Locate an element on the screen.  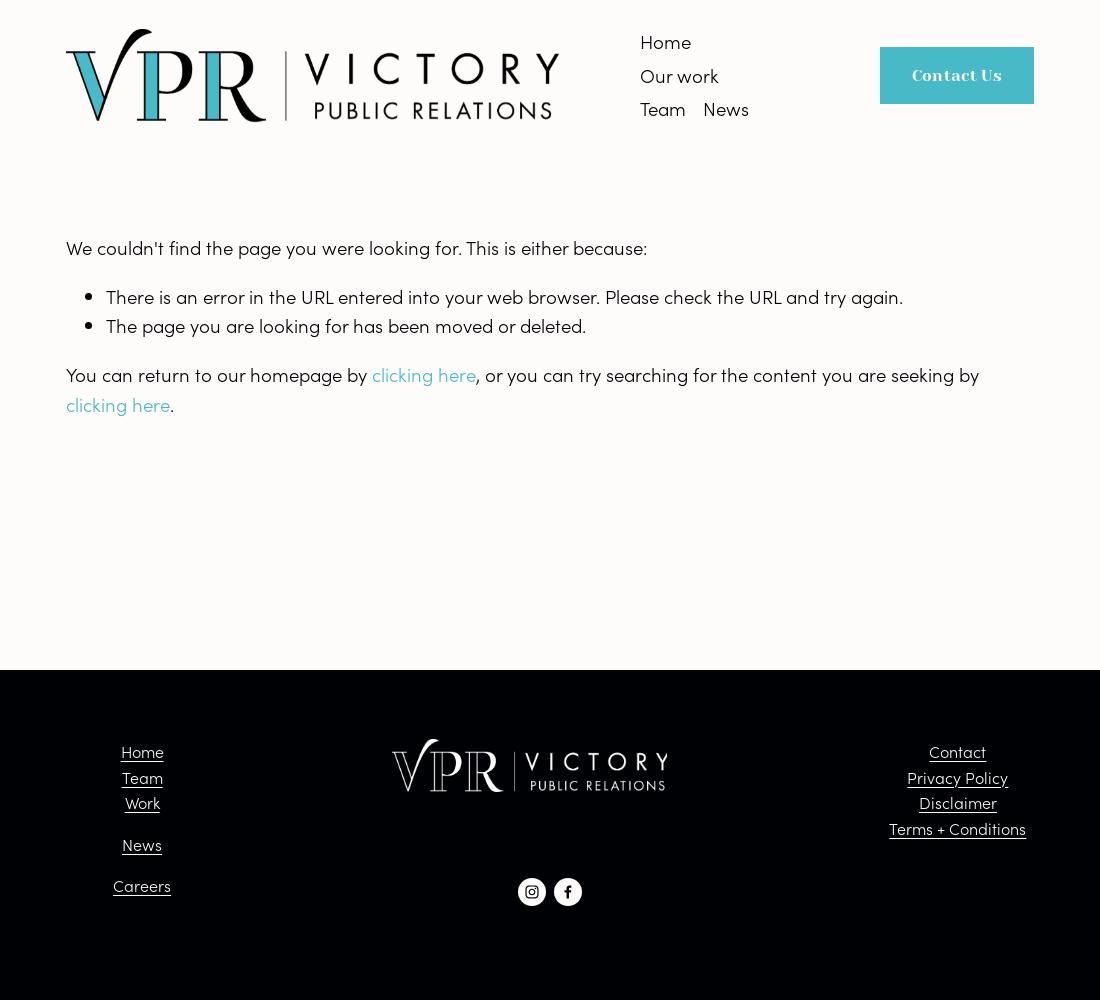
'Careers' is located at coordinates (141, 885).